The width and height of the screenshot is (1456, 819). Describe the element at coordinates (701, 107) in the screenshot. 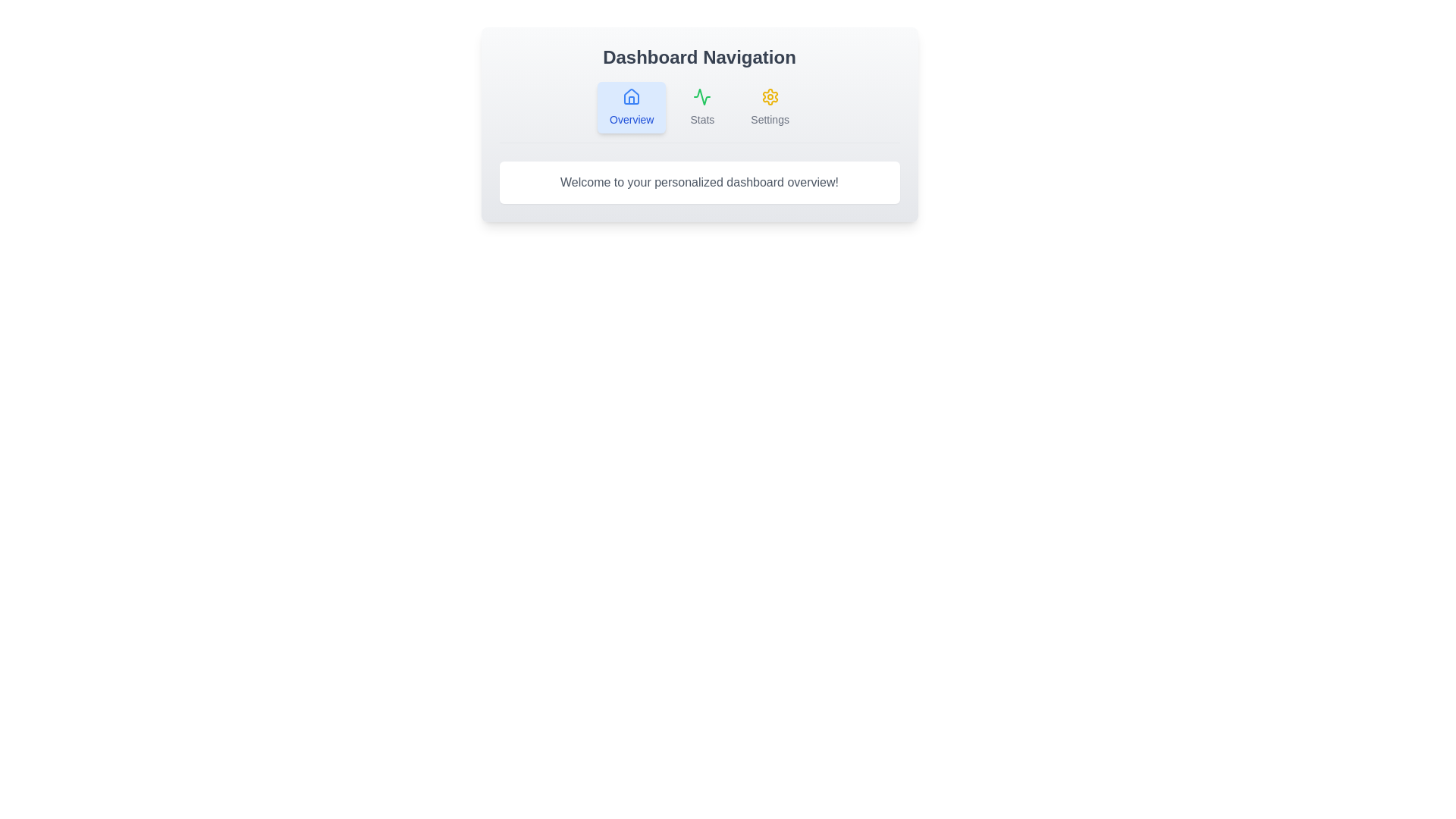

I see `the Stats tab to navigate to its section` at that location.